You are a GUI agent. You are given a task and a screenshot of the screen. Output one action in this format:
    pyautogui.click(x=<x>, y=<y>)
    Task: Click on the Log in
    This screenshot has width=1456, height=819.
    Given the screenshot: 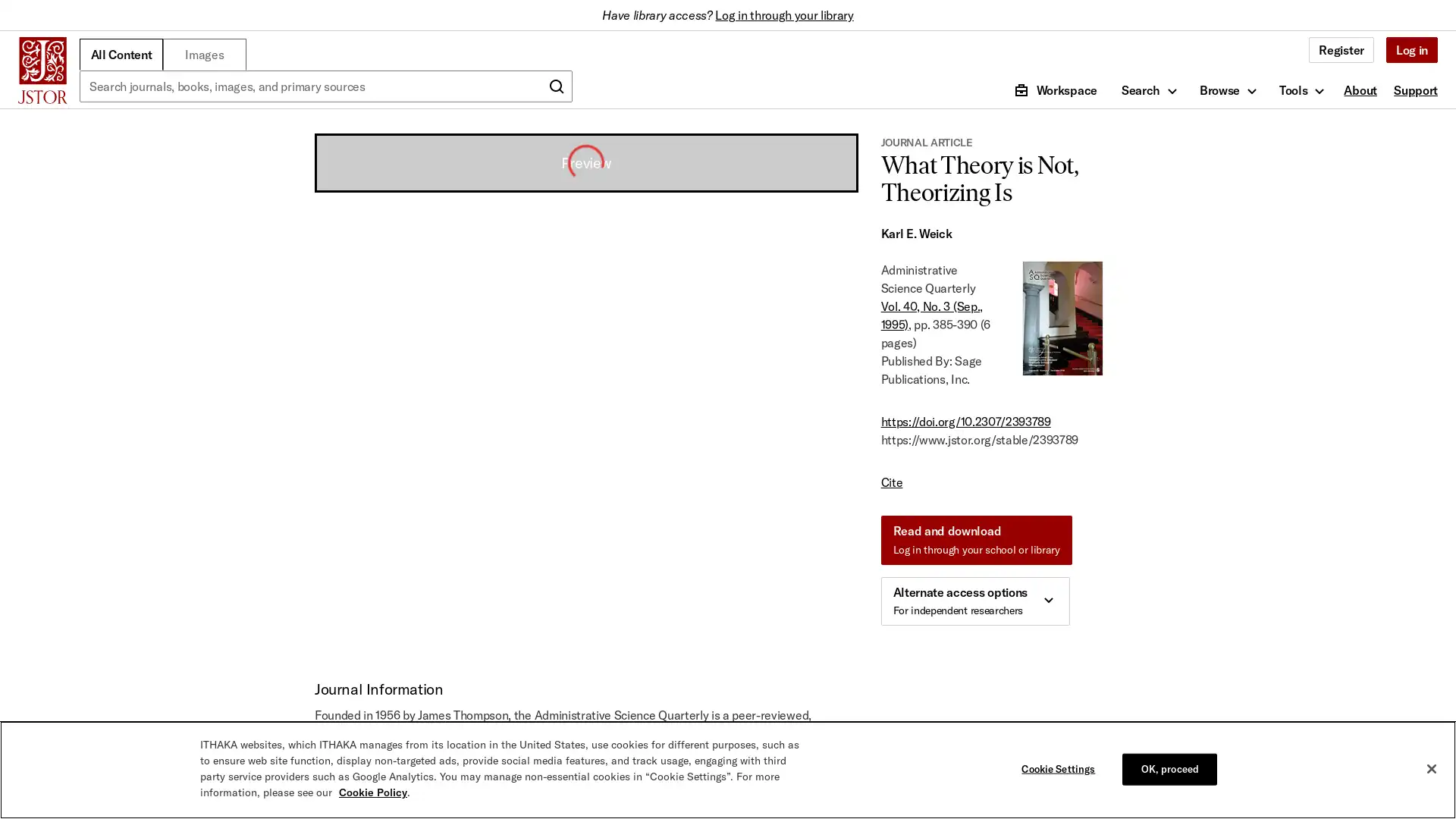 What is the action you would take?
    pyautogui.click(x=1410, y=49)
    